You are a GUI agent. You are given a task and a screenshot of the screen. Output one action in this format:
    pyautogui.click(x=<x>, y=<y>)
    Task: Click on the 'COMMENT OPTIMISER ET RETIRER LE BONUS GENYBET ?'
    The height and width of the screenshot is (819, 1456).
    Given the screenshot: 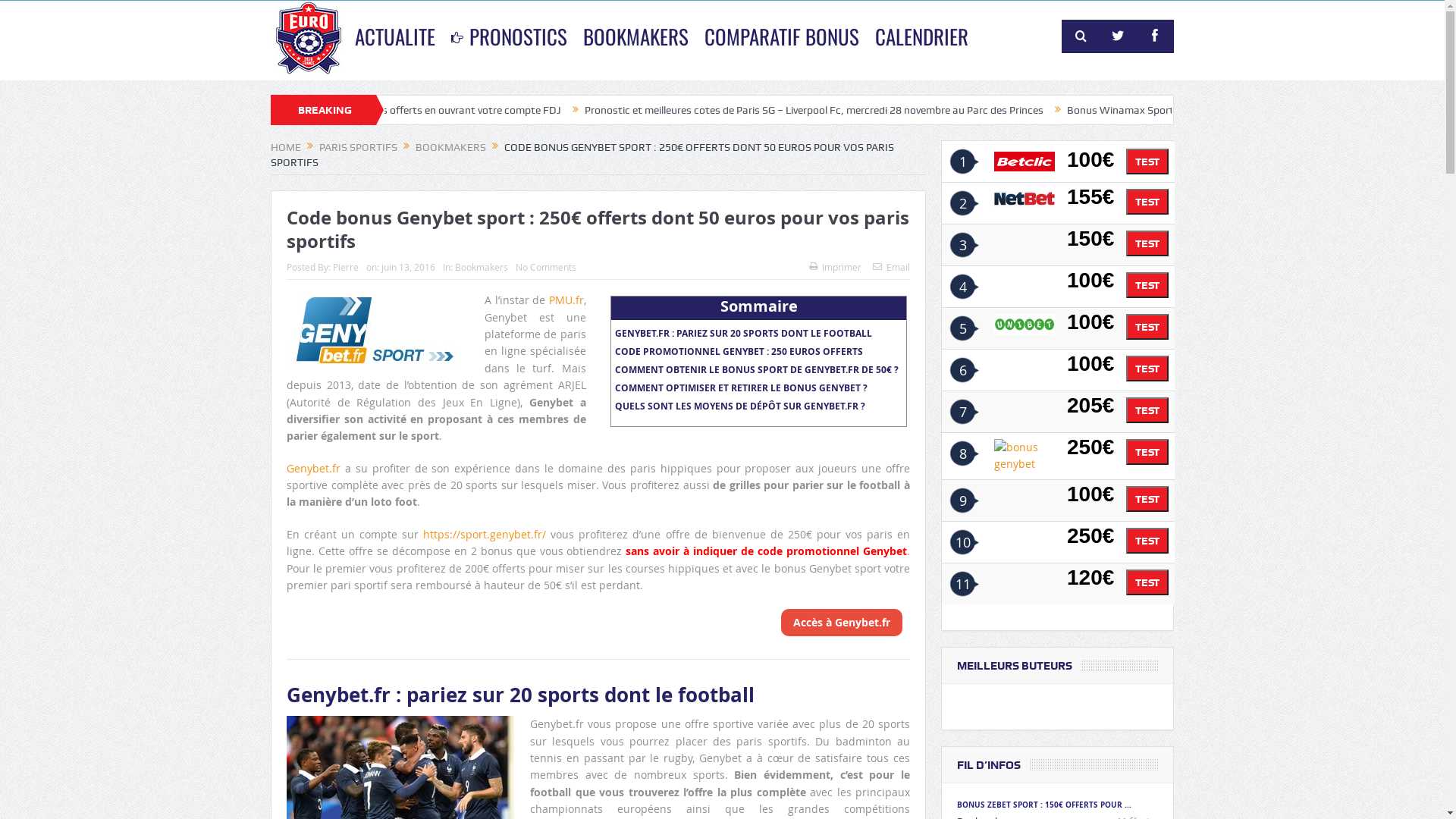 What is the action you would take?
    pyautogui.click(x=741, y=387)
    